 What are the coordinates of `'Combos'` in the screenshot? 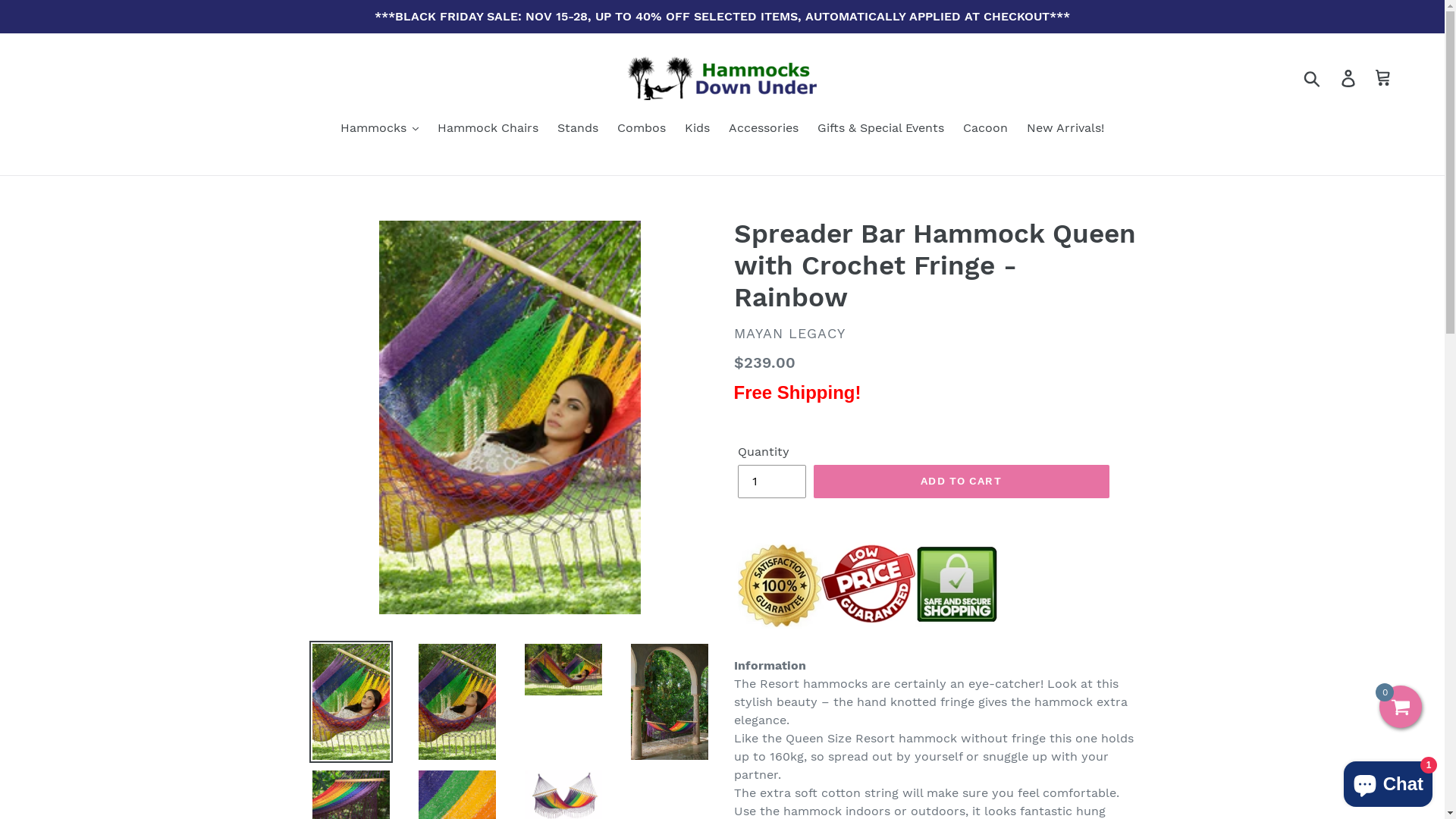 It's located at (641, 128).